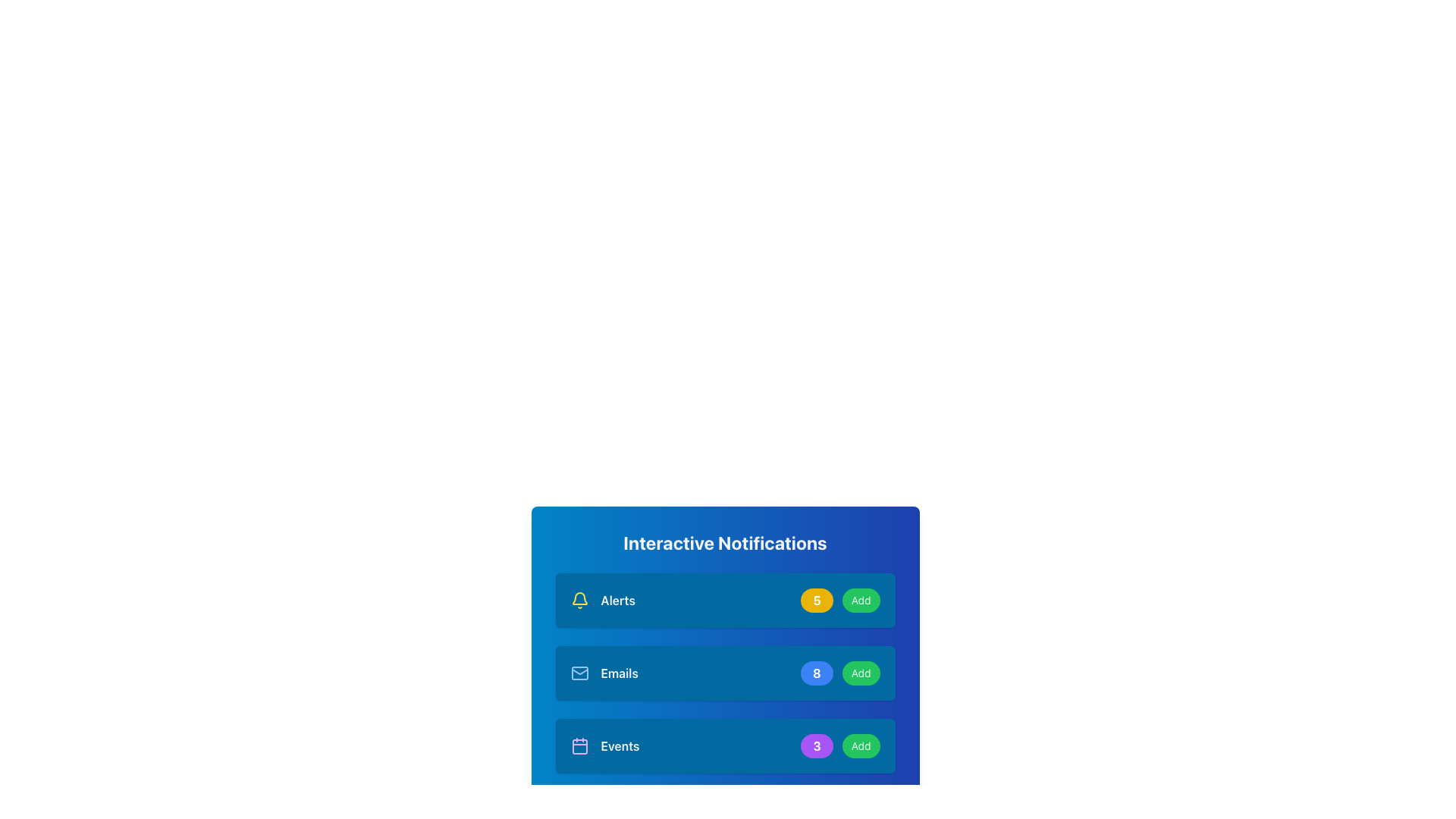  I want to click on notification count displayed on the blue button, which shows the number '8' in white, located to the right of the 'Emails' text within the card-like section, so click(839, 672).